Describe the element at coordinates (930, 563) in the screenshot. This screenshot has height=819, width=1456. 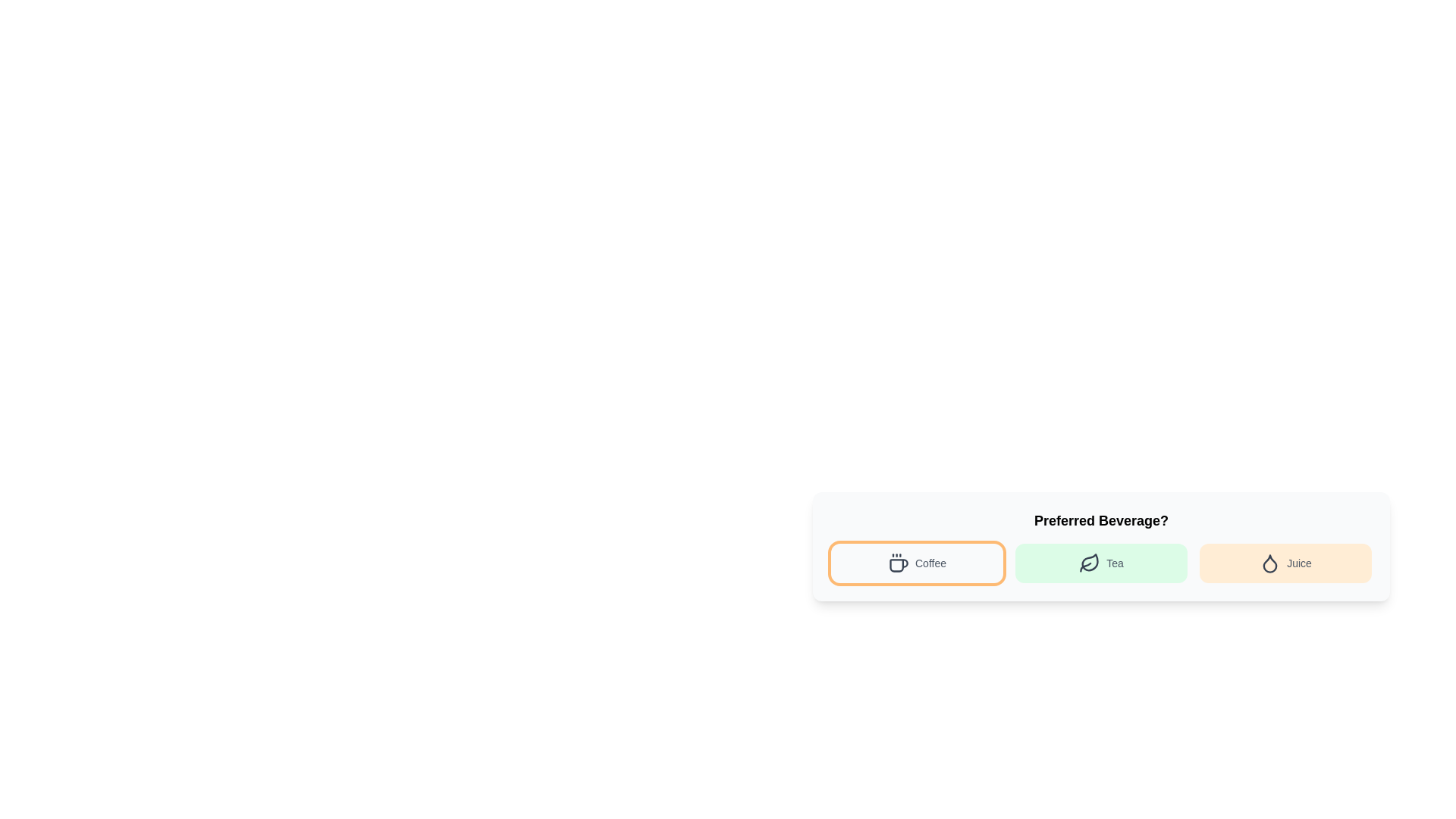
I see `the 'Coffee' text label that identifies the coffee selection option in the beverage list` at that location.